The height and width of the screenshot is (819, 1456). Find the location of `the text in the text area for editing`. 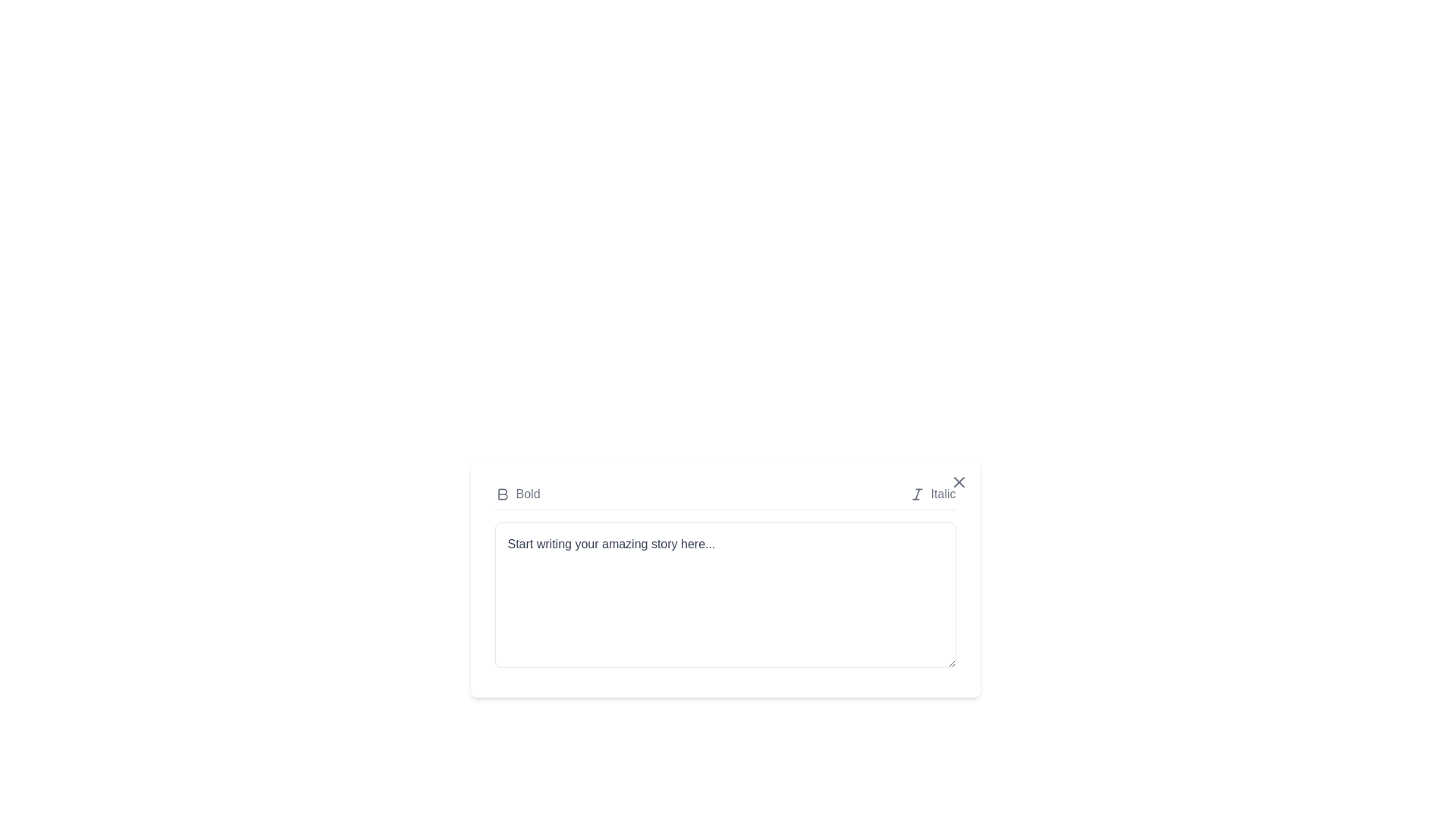

the text in the text area for editing is located at coordinates (494, 522).